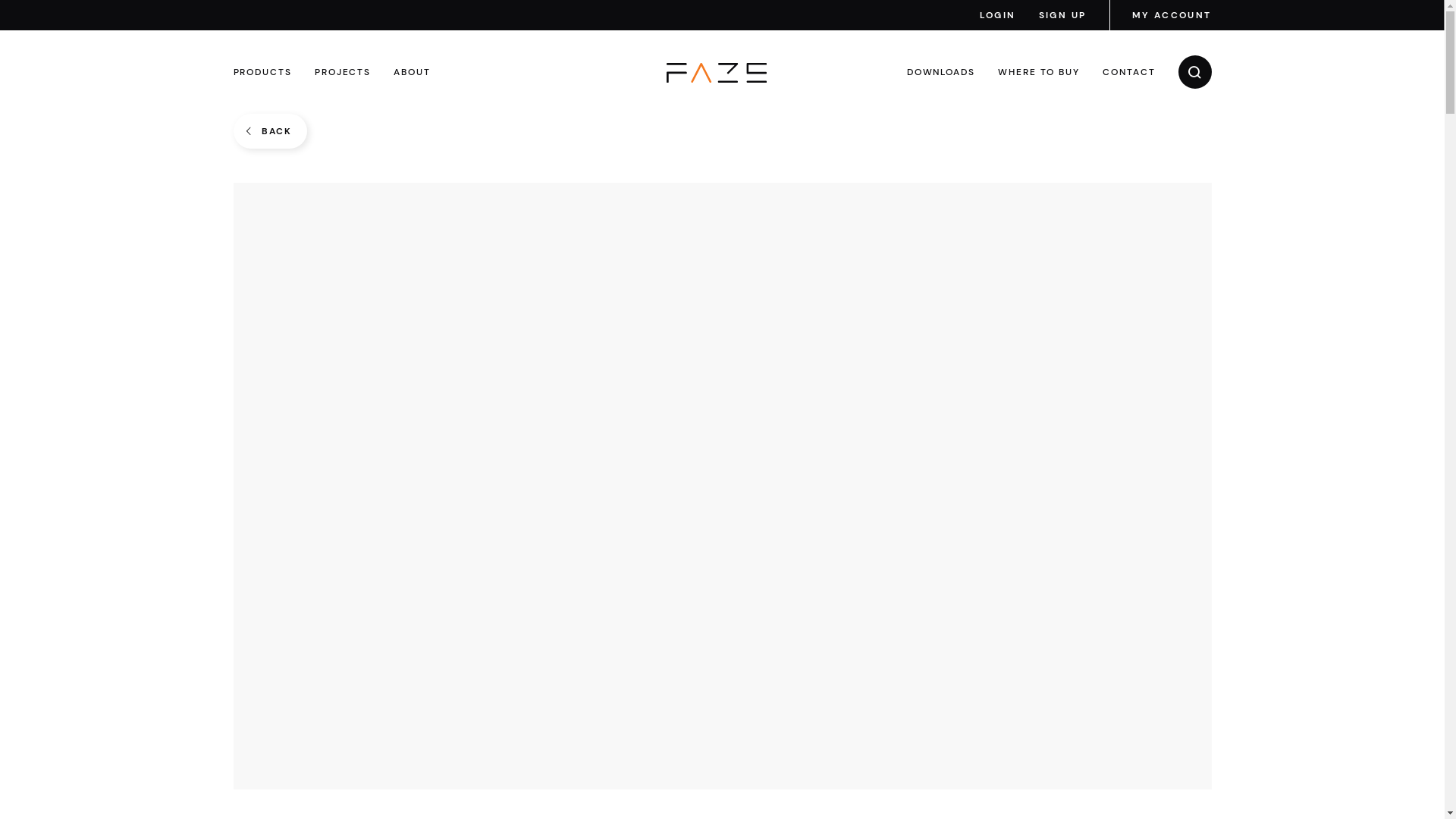  I want to click on 'WHERE TO BUY', so click(1037, 72).